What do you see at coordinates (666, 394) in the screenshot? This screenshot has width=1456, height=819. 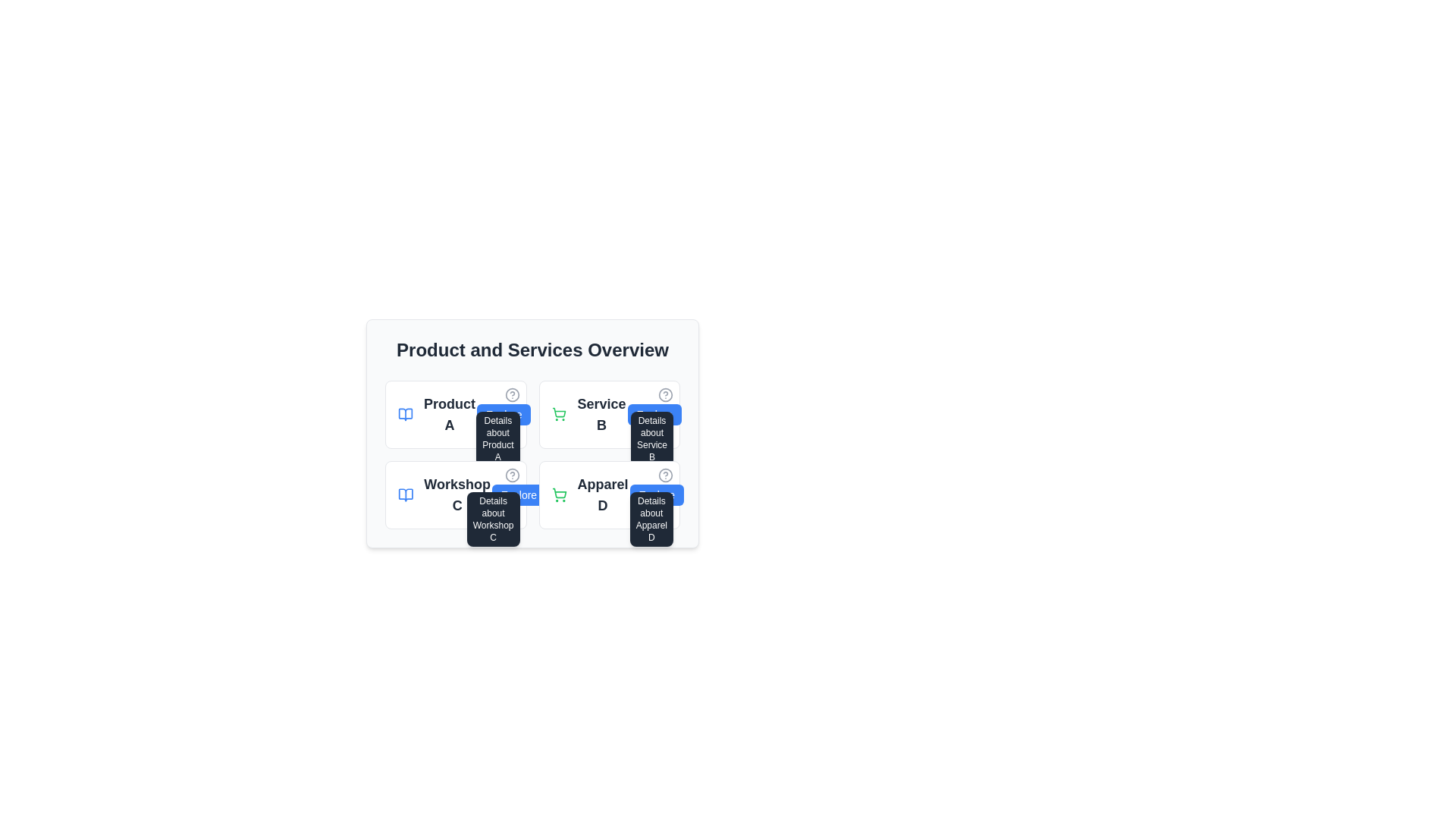 I see `the SVG Circle element with a diameter of 20 pixels, located adjacent to the 'Service B' label in the second column of the layout` at bounding box center [666, 394].